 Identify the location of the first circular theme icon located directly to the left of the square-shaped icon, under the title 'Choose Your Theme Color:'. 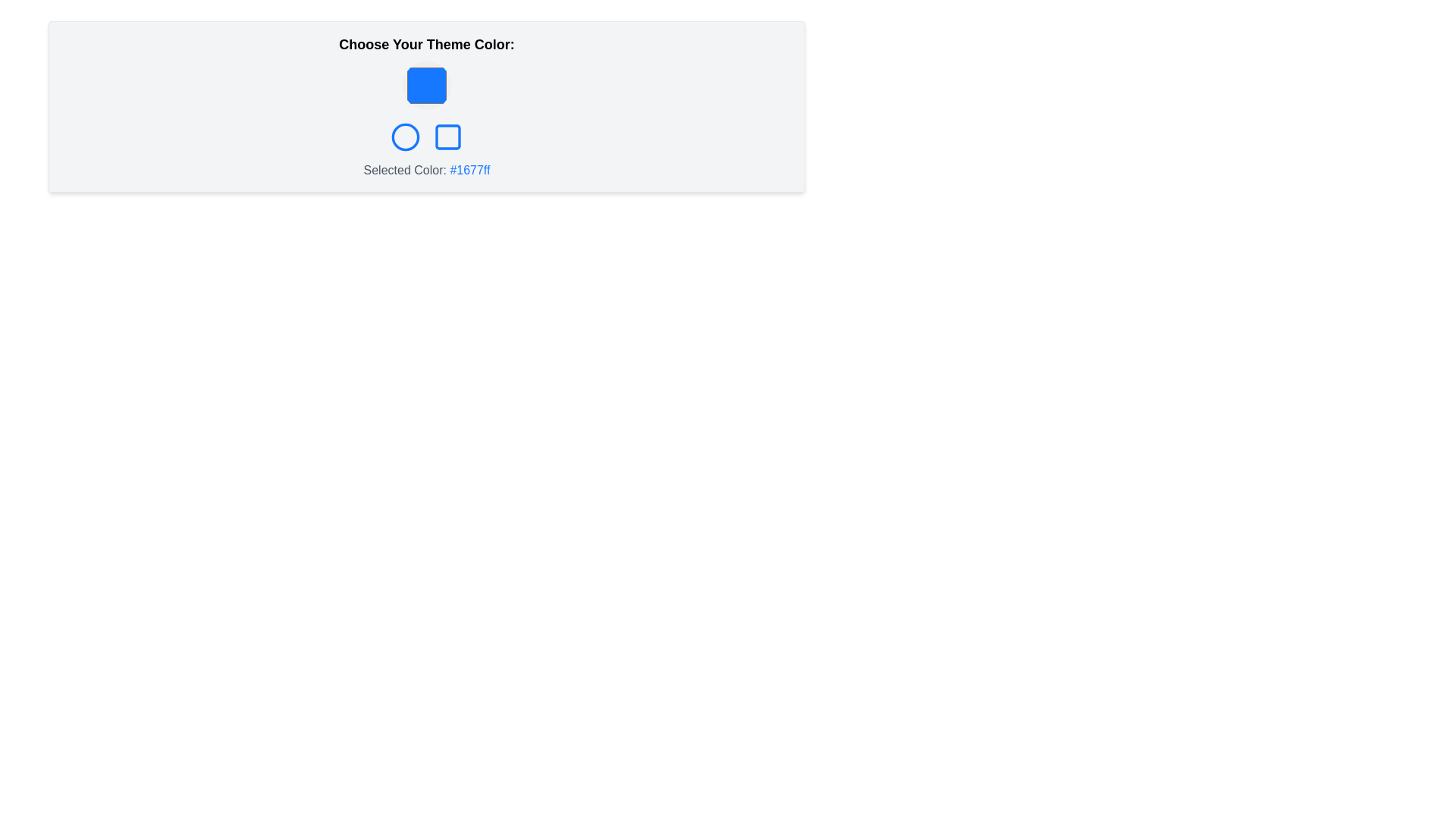
(405, 137).